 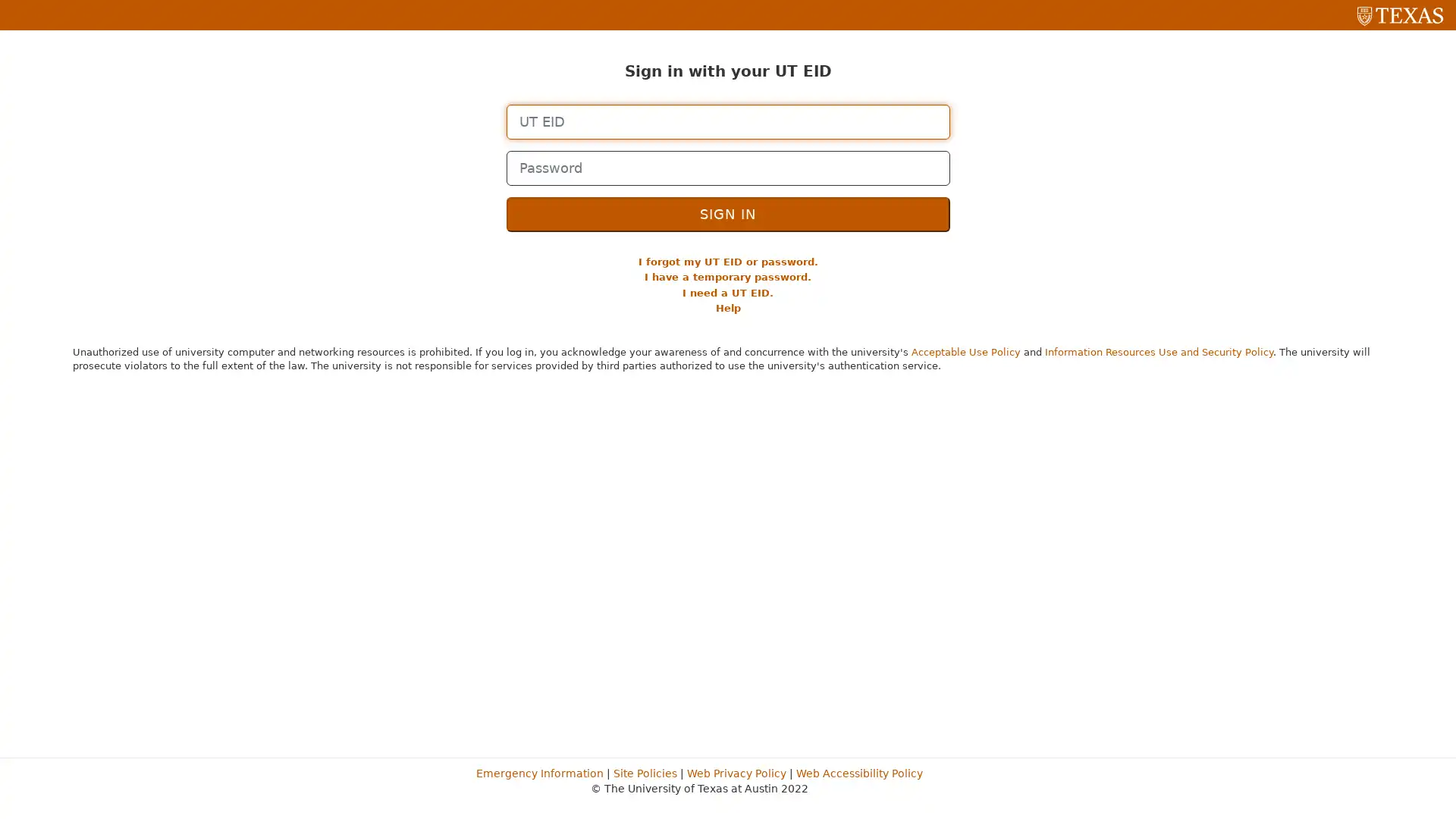 What do you see at coordinates (726, 213) in the screenshot?
I see `Sign in` at bounding box center [726, 213].